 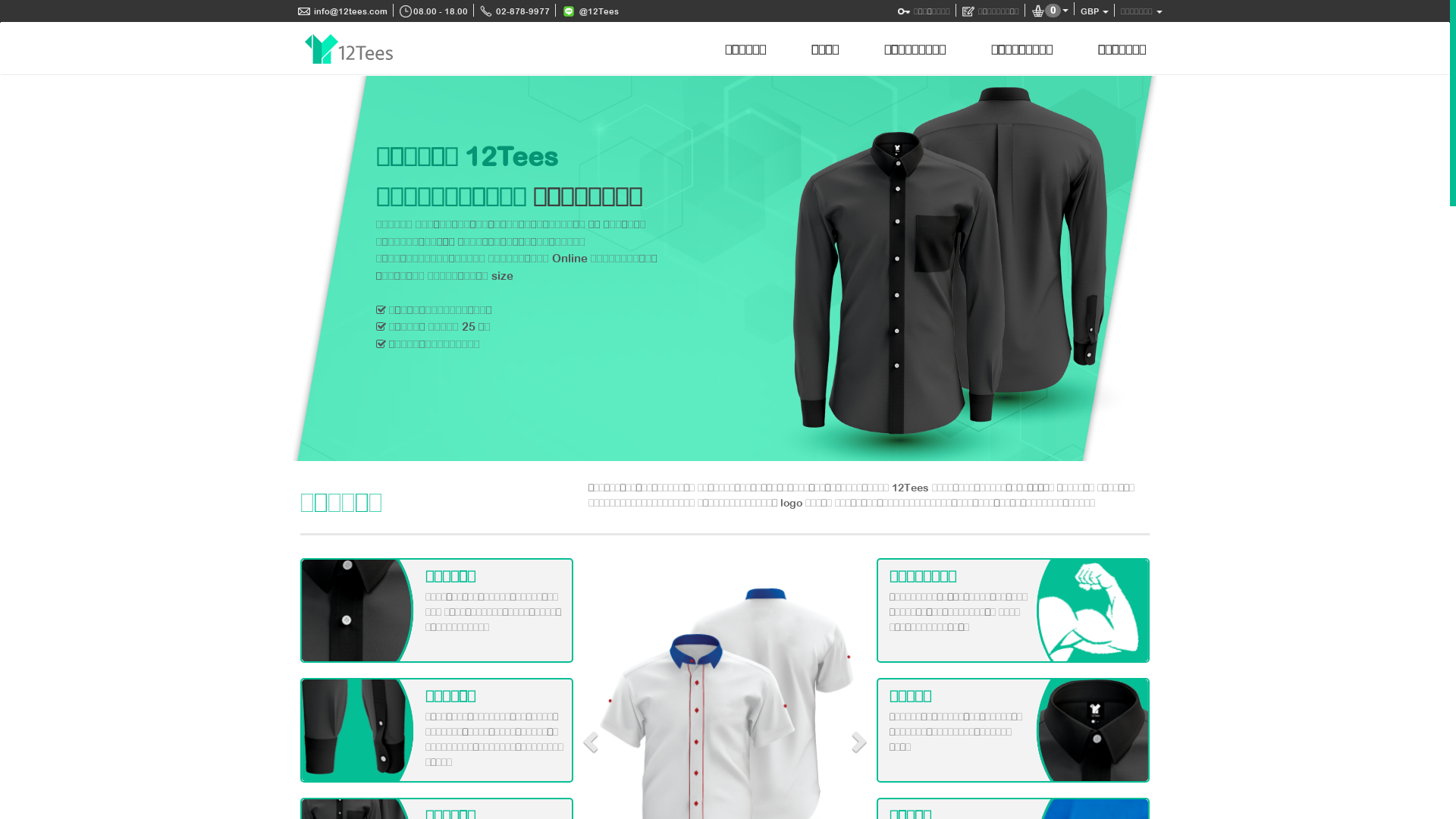 What do you see at coordinates (432, 11) in the screenshot?
I see `'08.00 - 18.00'` at bounding box center [432, 11].